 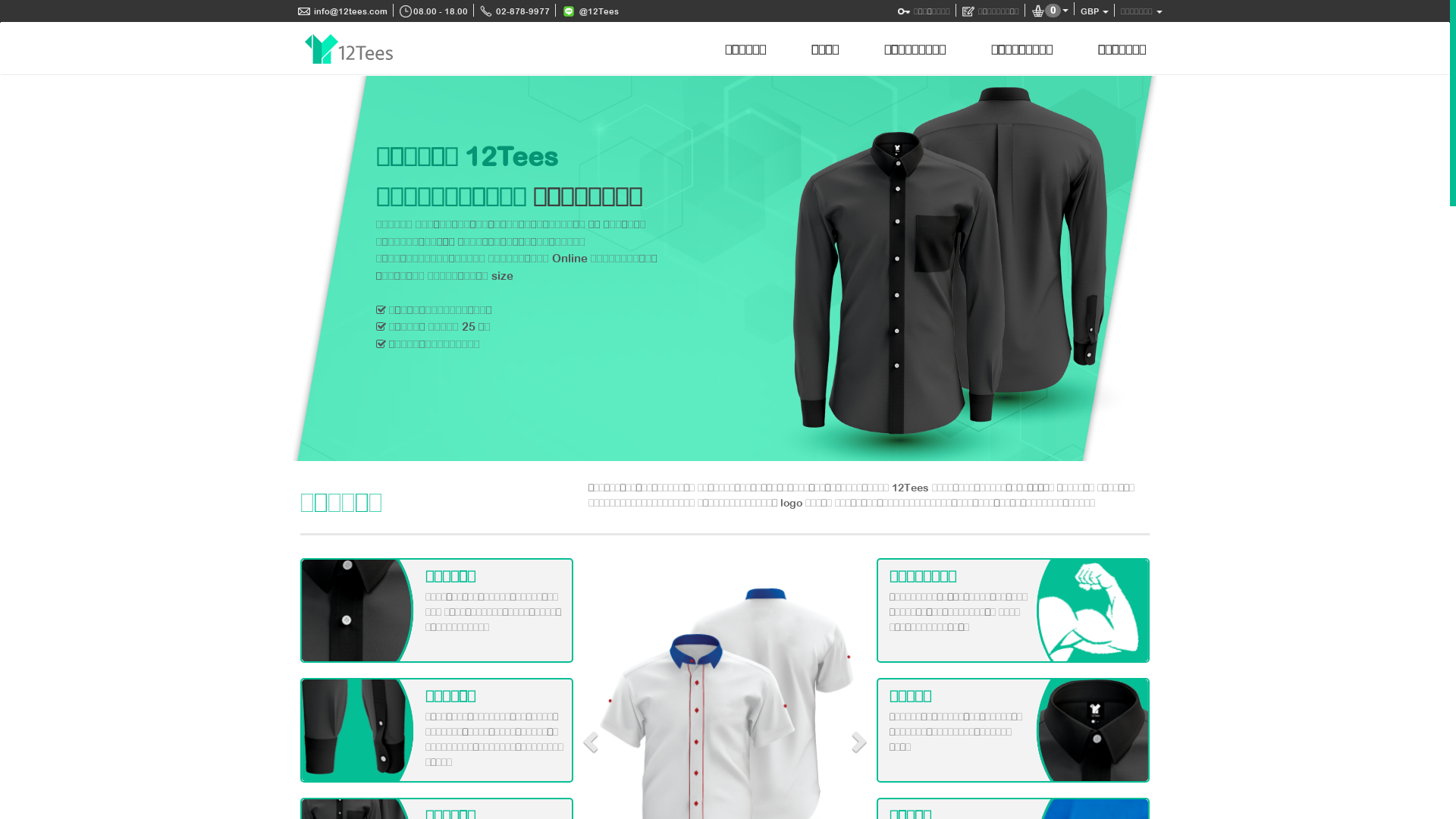 What do you see at coordinates (432, 11) in the screenshot?
I see `'08.00 - 18.00'` at bounding box center [432, 11].